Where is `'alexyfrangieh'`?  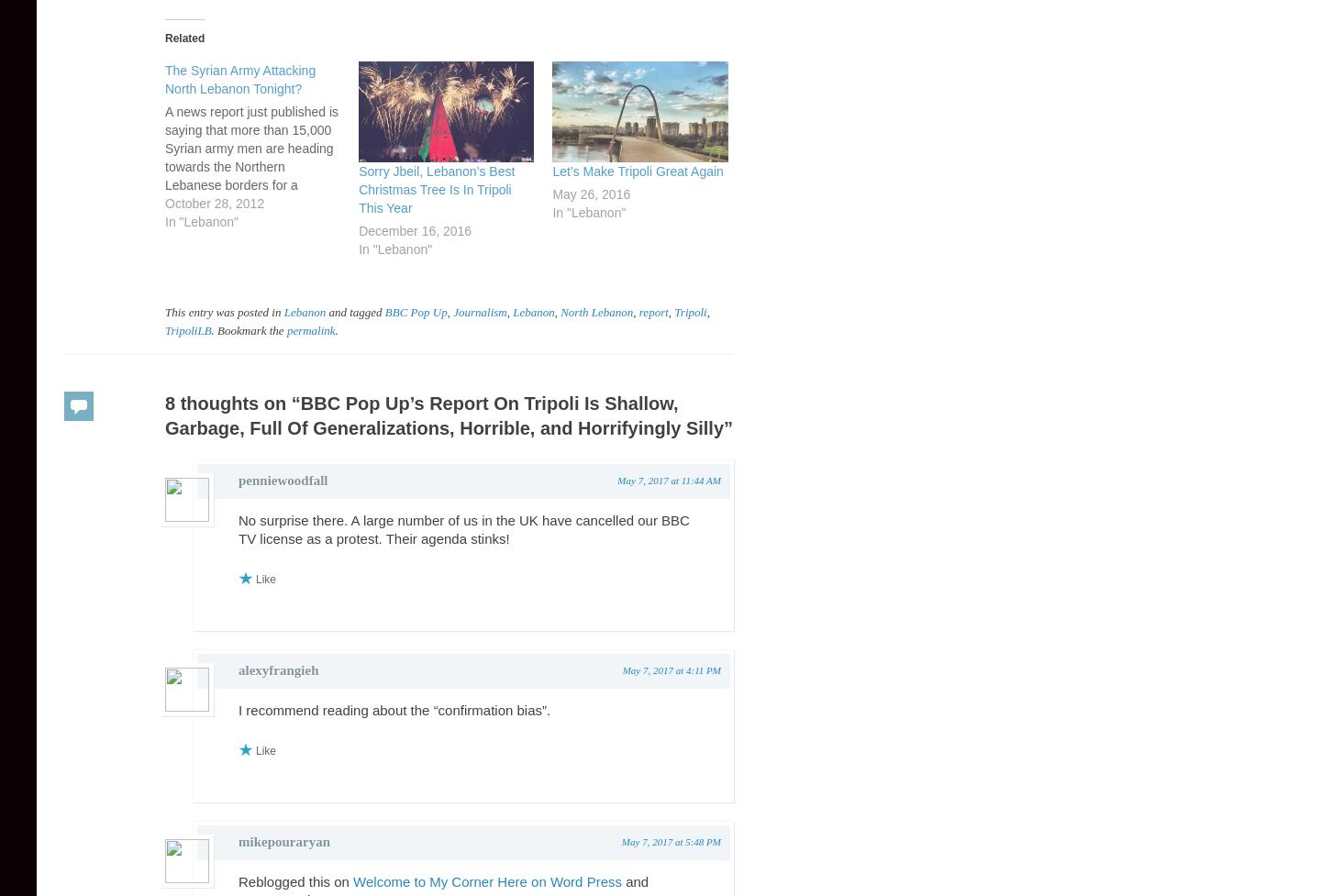 'alexyfrangieh' is located at coordinates (278, 669).